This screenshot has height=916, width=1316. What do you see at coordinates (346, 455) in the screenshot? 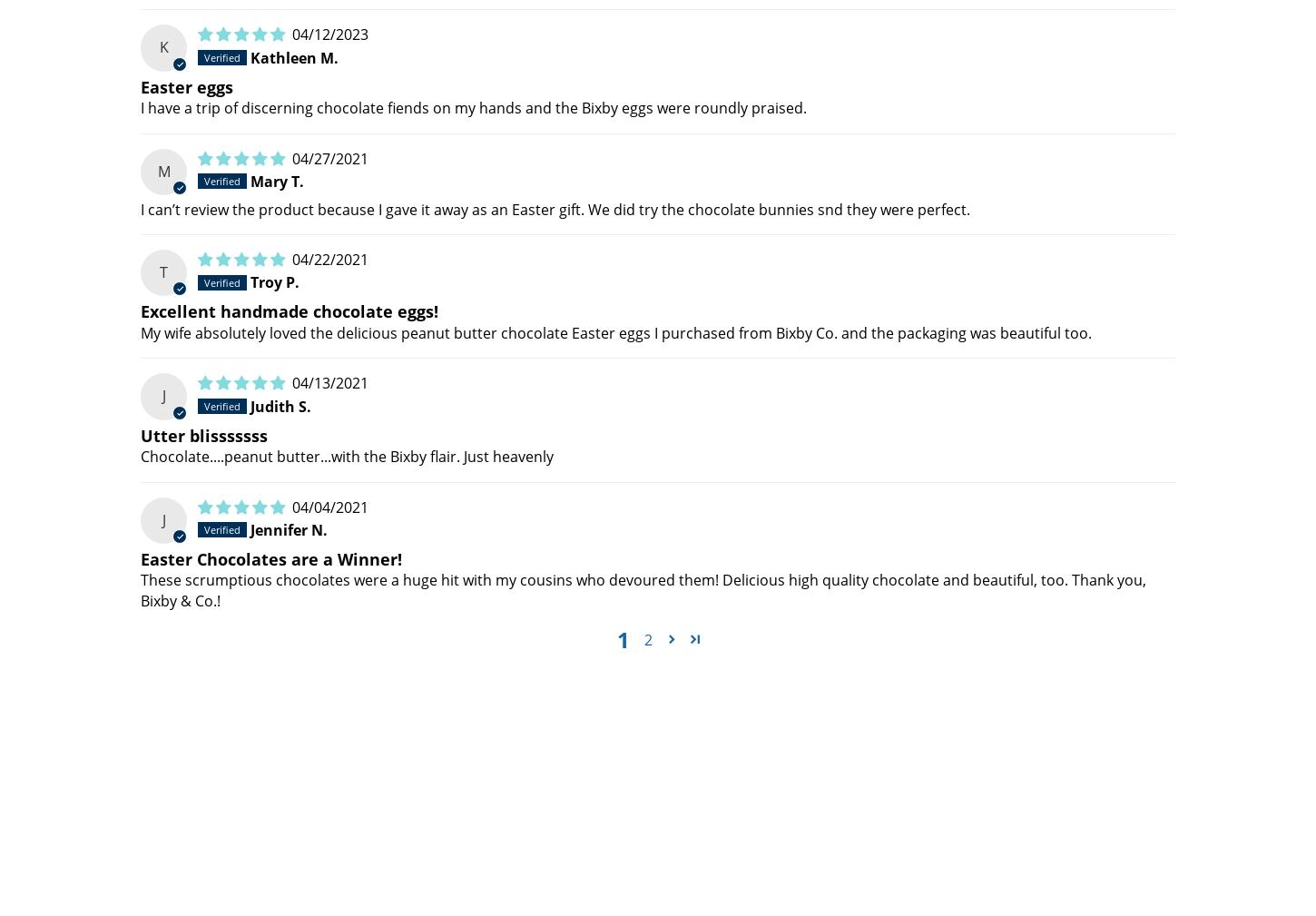
I see `'Chocolate....peanut butter...with the Bixby flair. Just heavenly'` at bounding box center [346, 455].